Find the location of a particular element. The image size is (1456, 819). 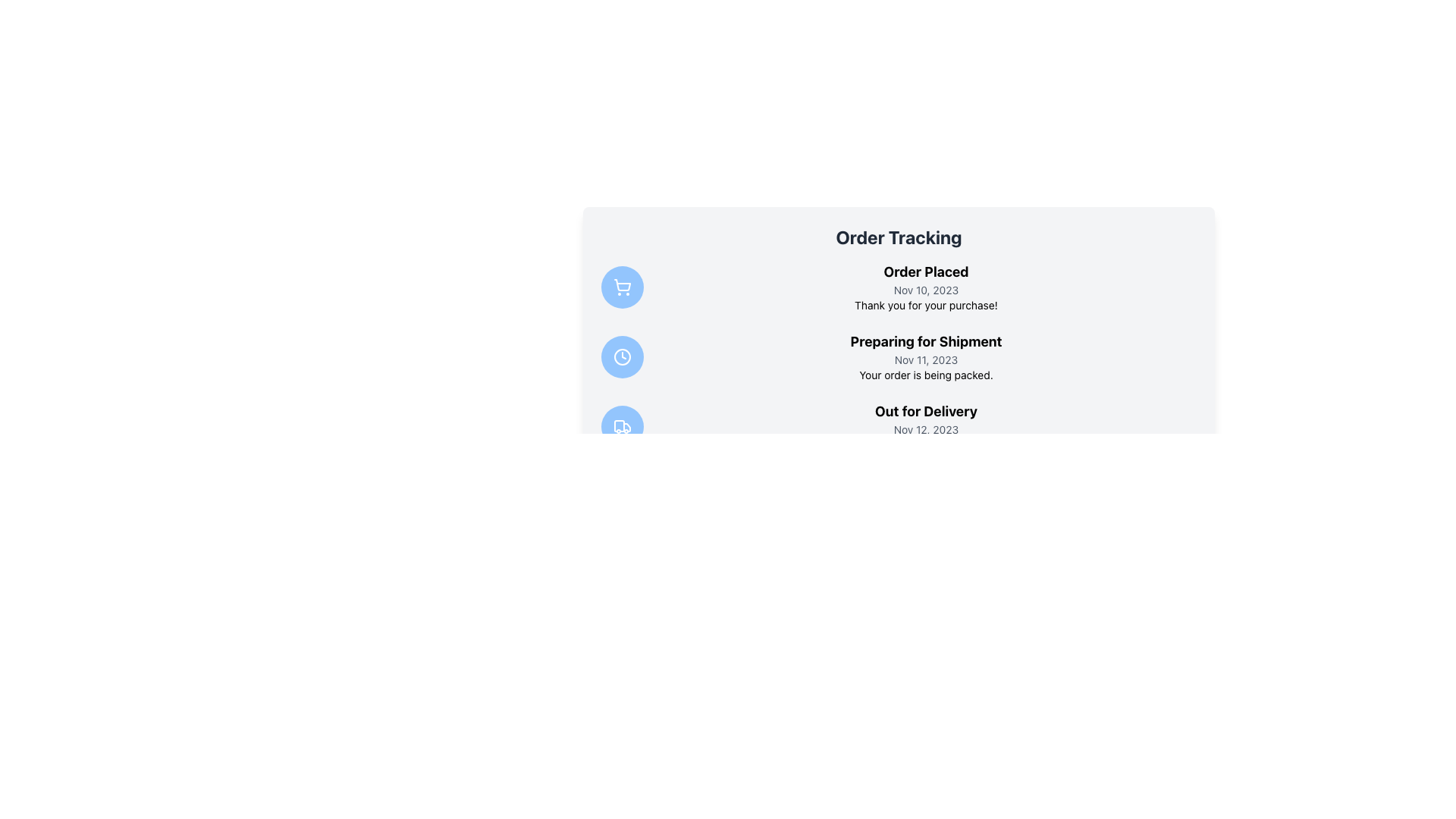

the status of the 'Order Placed' icon, which is the first circular button on the left side of the interface, representing the status of the initial phase in the order tracking process is located at coordinates (622, 287).